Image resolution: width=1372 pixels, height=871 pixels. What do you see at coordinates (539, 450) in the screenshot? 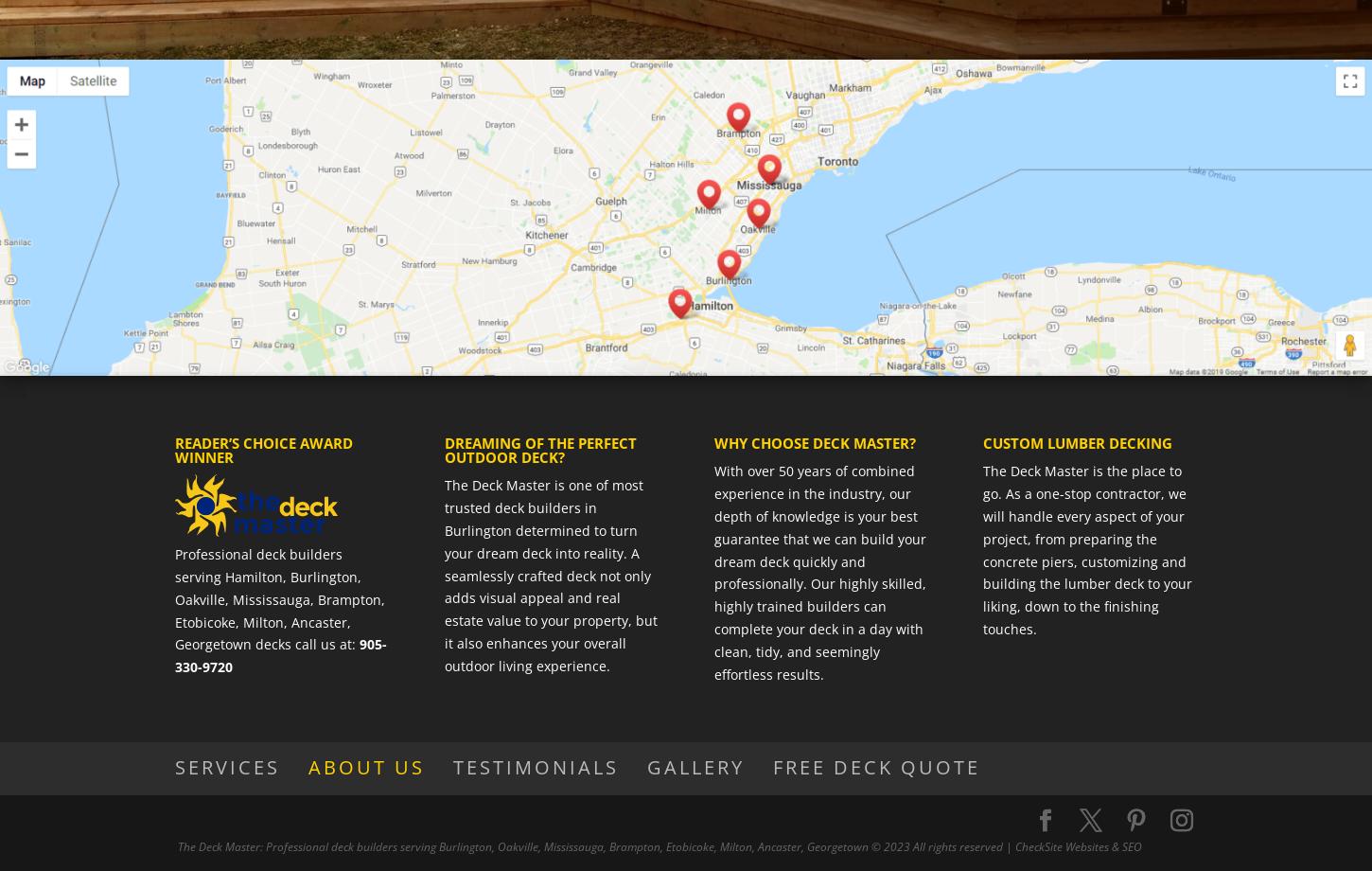
I see `'Dreaming of the perfect outdoor deck?'` at bounding box center [539, 450].